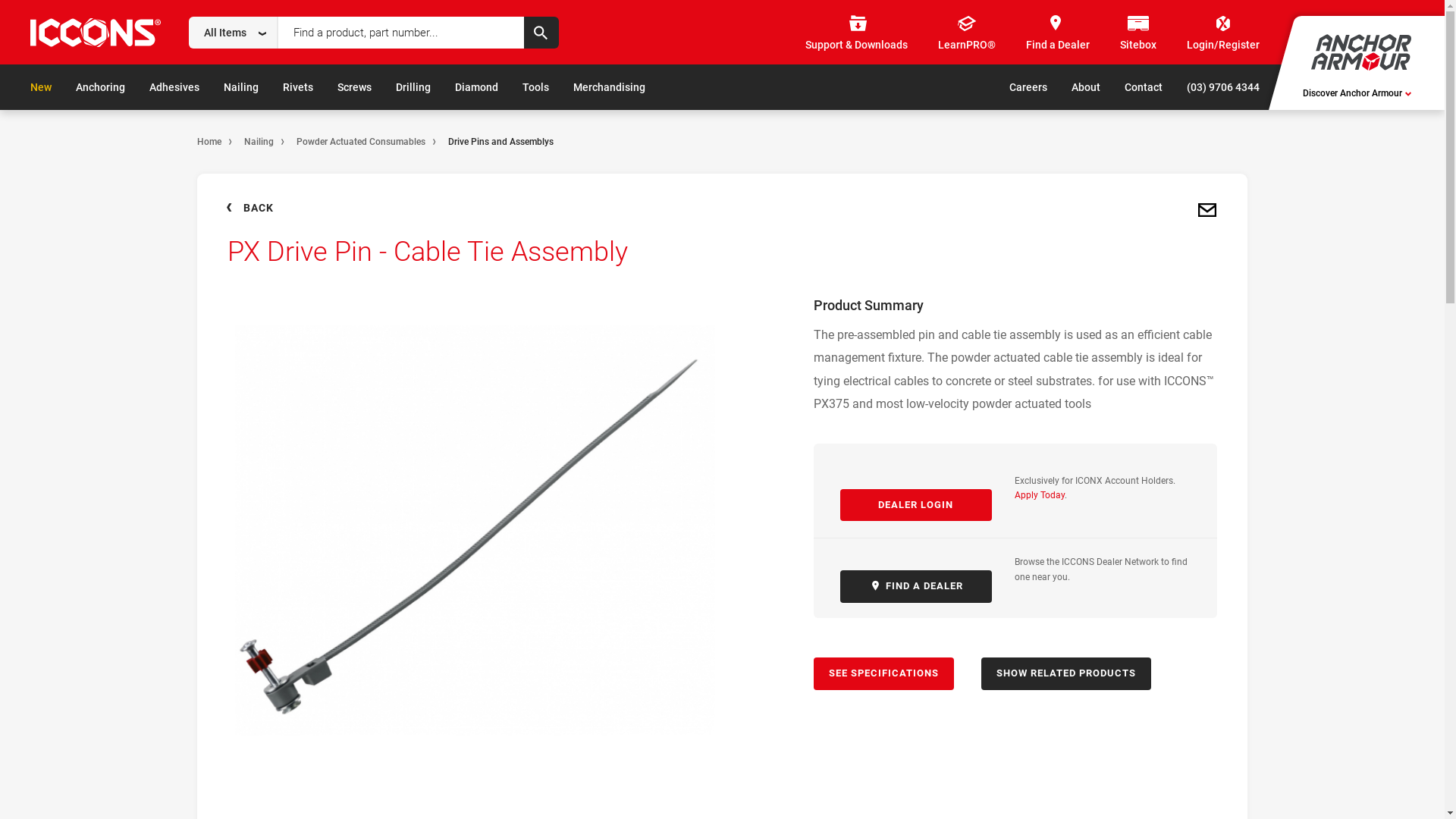 The width and height of the screenshot is (1456, 819). What do you see at coordinates (208, 141) in the screenshot?
I see `'Home'` at bounding box center [208, 141].